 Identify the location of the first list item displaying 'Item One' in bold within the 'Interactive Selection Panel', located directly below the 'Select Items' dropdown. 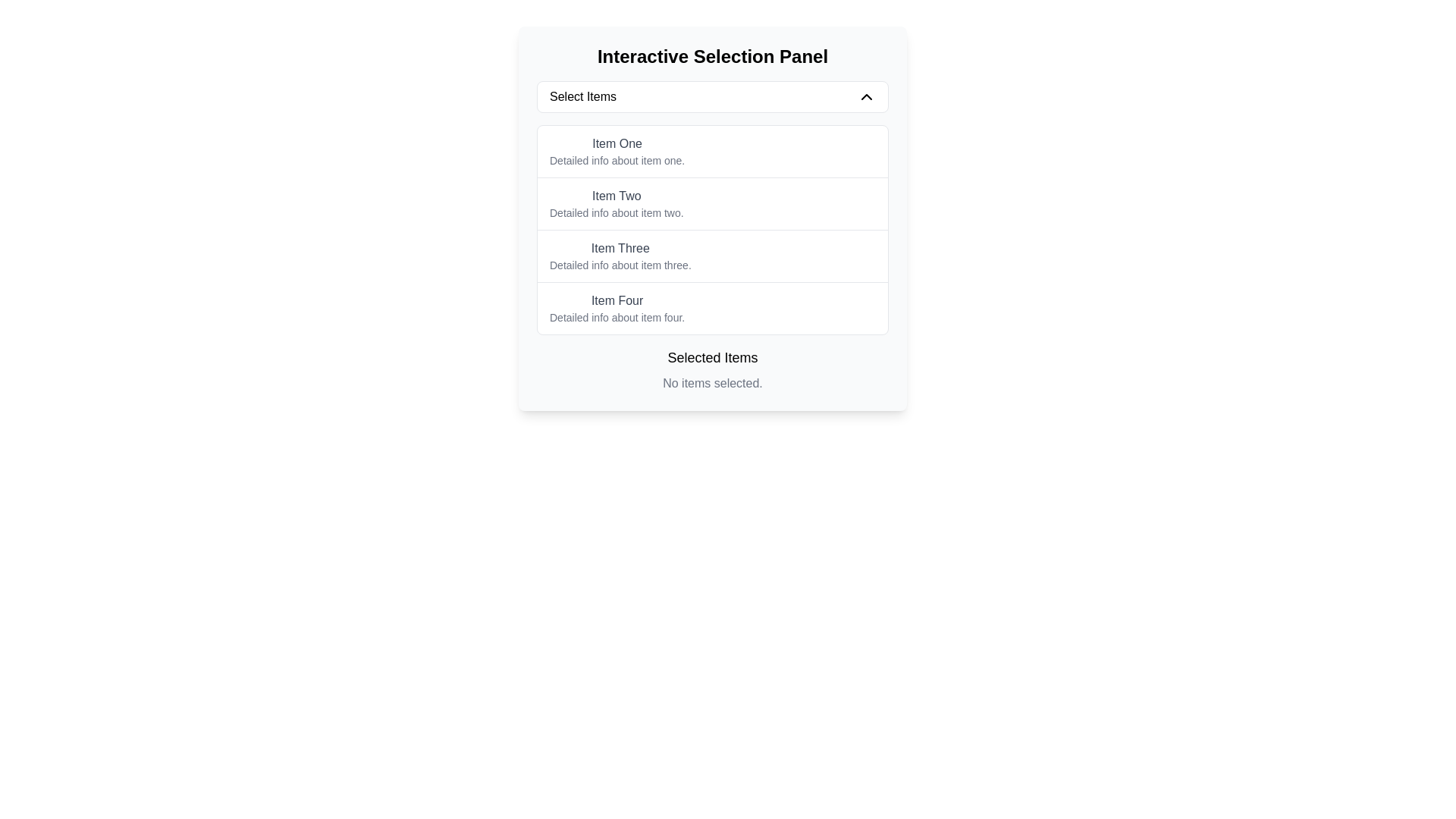
(712, 152).